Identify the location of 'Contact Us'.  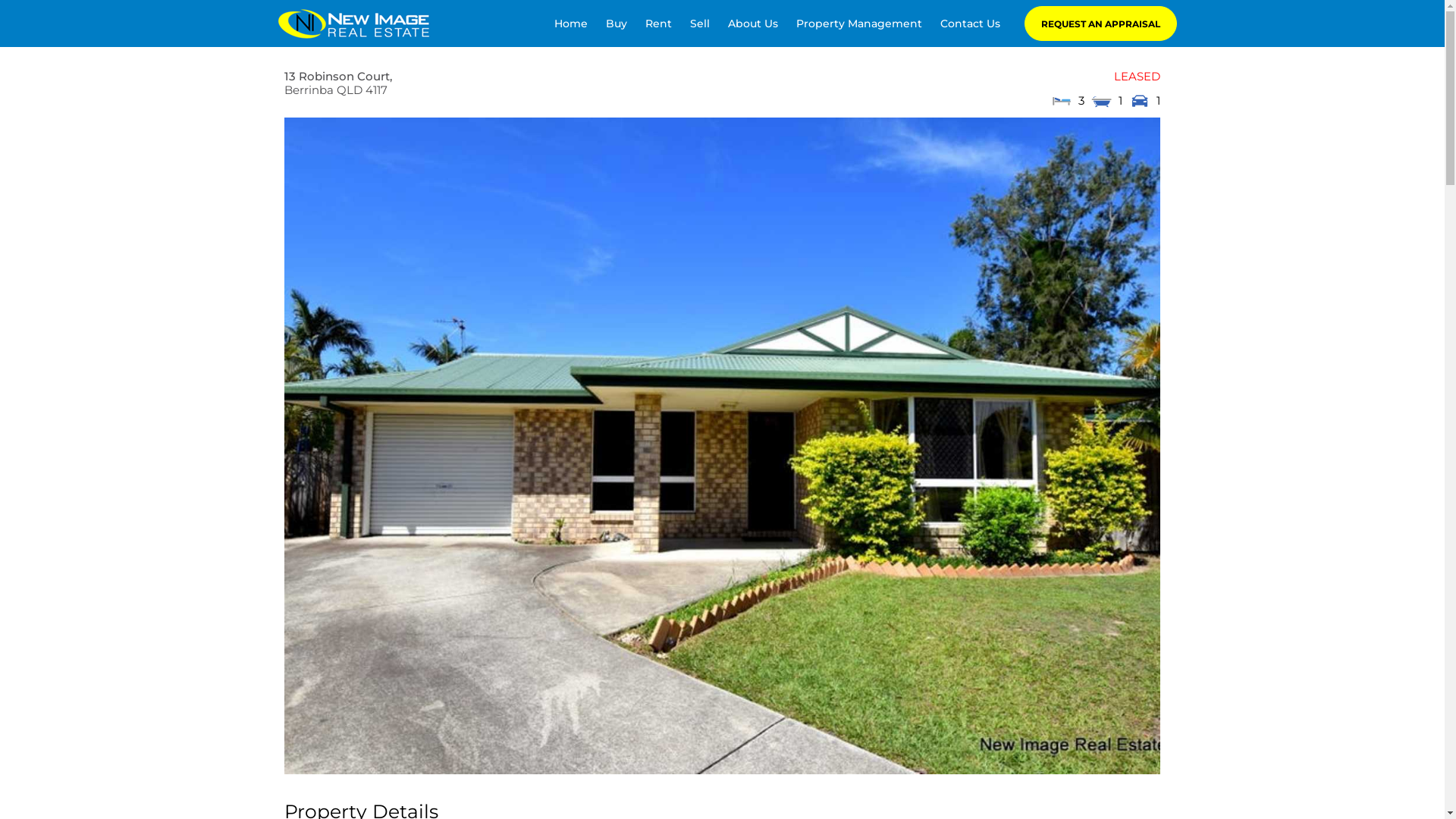
(969, 23).